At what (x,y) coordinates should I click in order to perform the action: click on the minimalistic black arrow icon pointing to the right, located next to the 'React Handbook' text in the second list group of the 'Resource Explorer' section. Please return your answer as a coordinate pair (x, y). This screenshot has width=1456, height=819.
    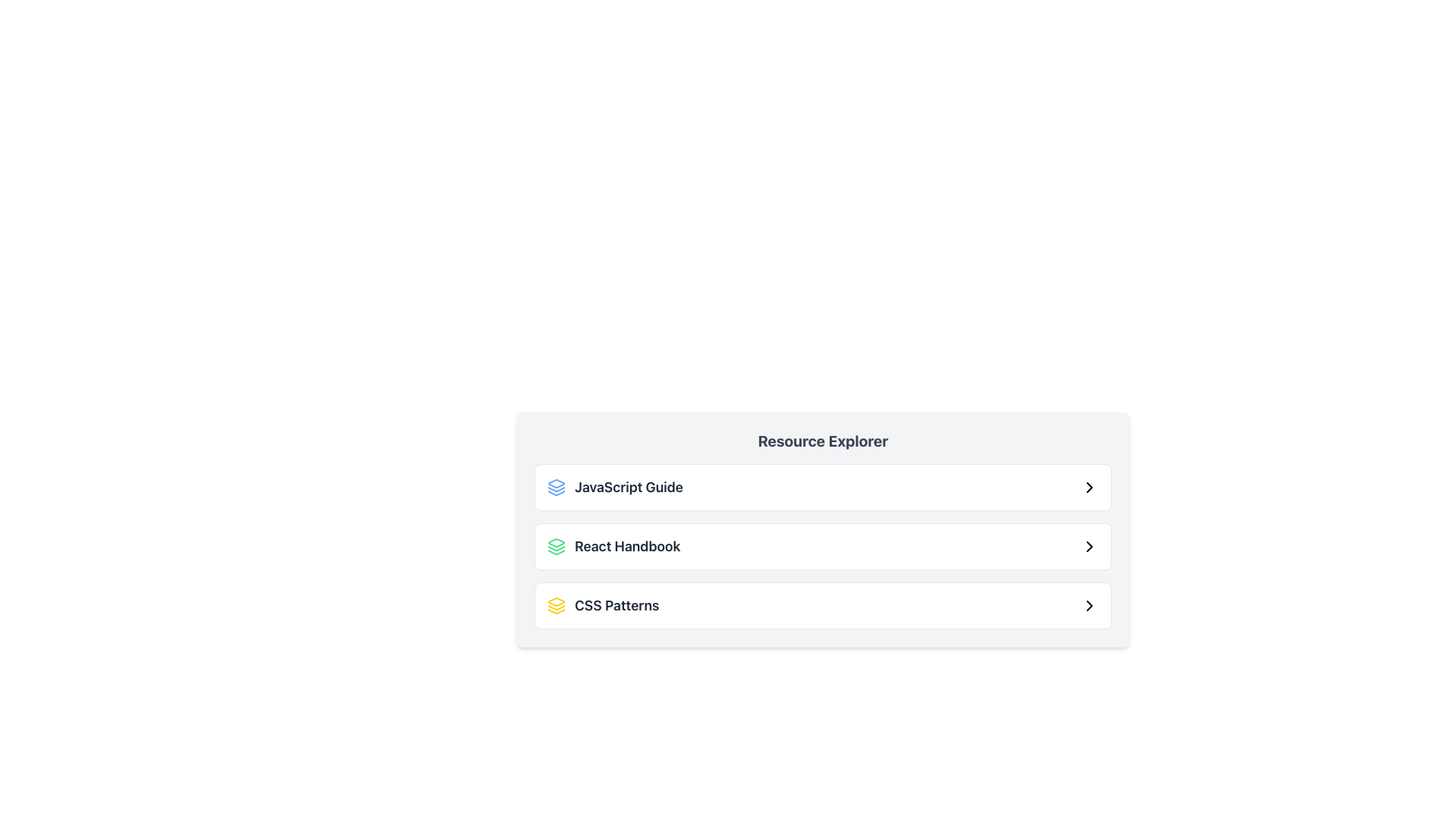
    Looking at the image, I should click on (1088, 547).